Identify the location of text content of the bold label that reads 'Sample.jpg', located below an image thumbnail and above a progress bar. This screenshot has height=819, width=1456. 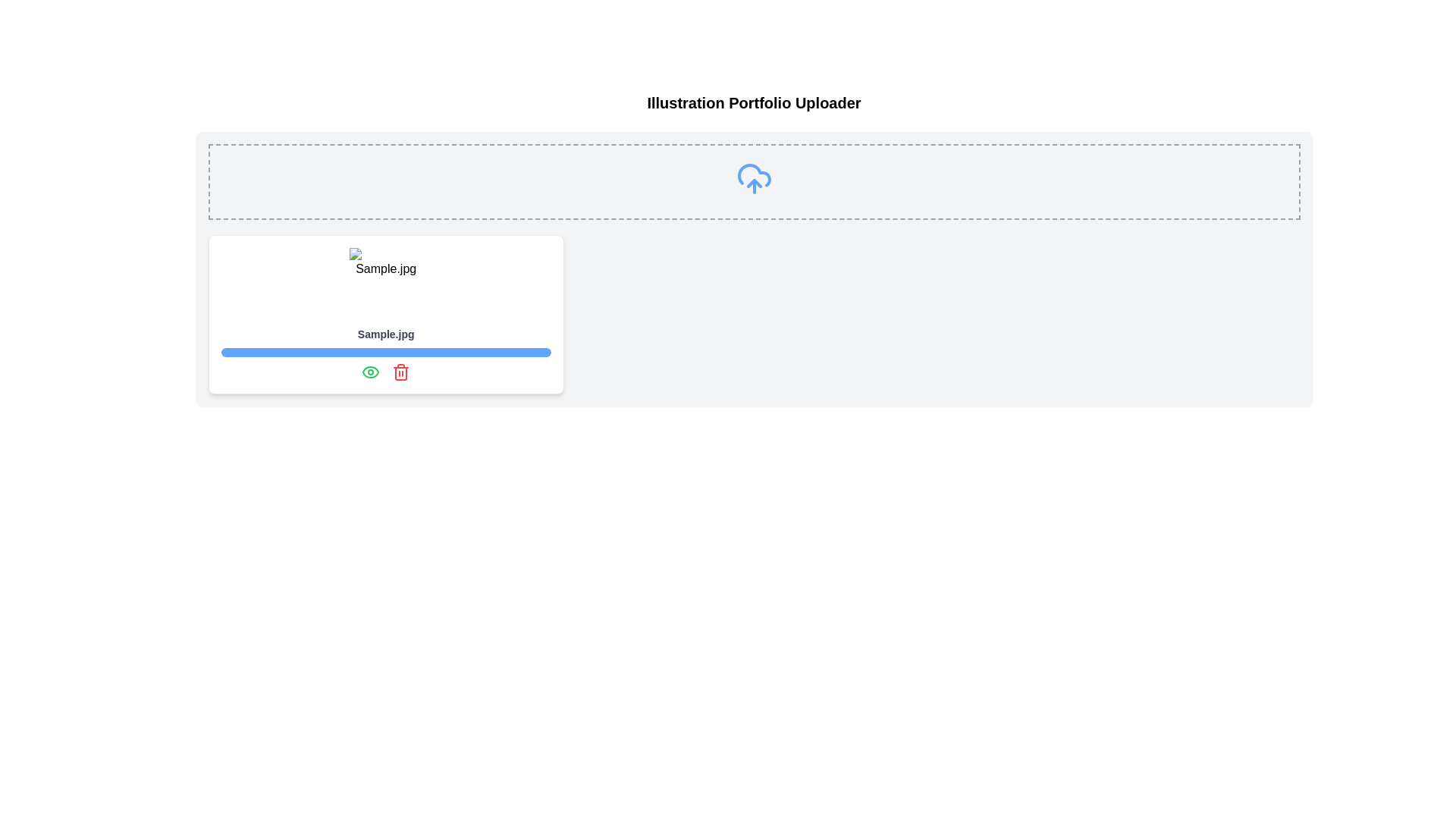
(386, 333).